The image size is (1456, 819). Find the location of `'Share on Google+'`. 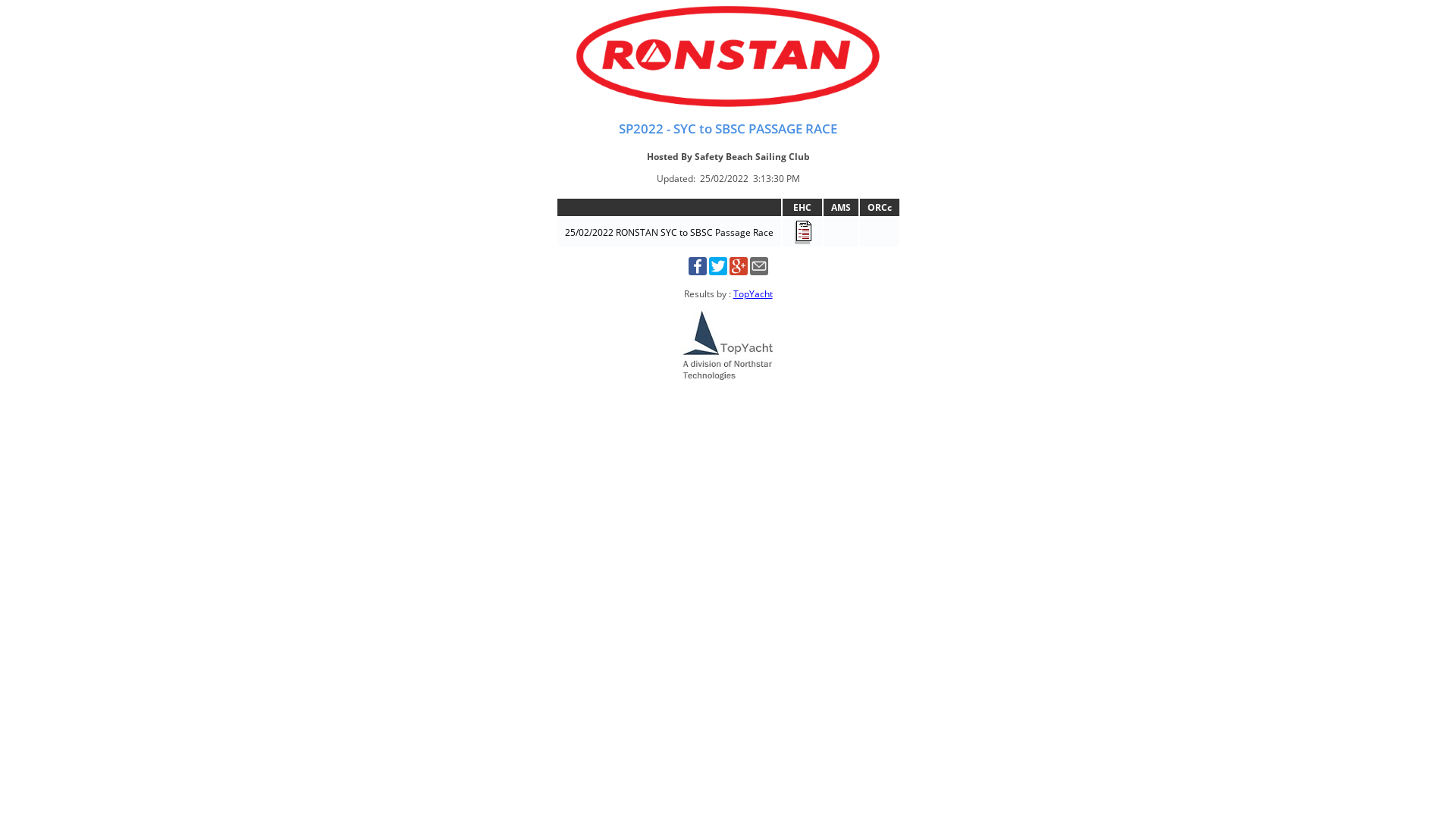

'Share on Google+' is located at coordinates (739, 271).